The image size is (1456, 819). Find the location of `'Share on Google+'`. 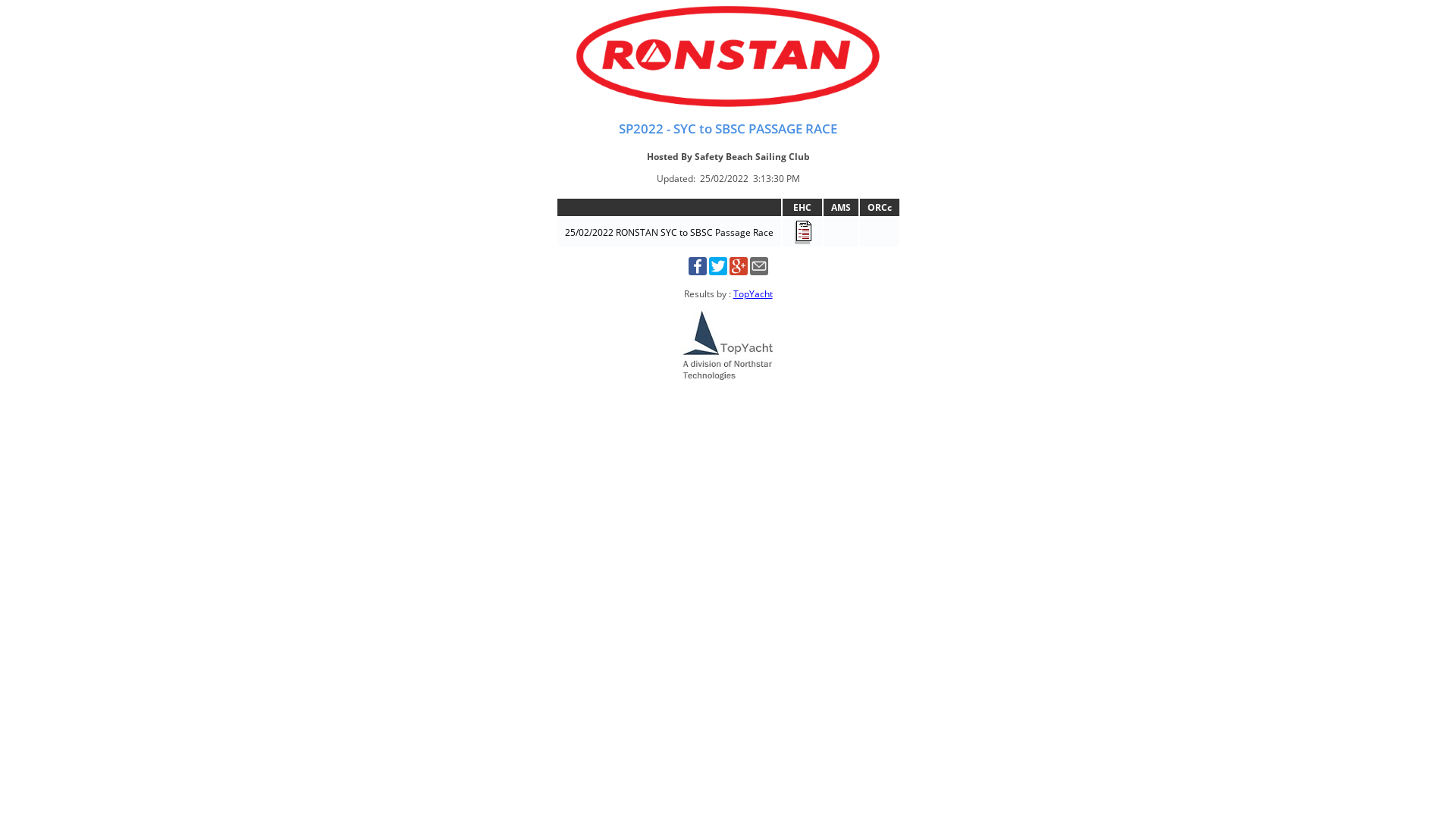

'Share on Google+' is located at coordinates (739, 271).